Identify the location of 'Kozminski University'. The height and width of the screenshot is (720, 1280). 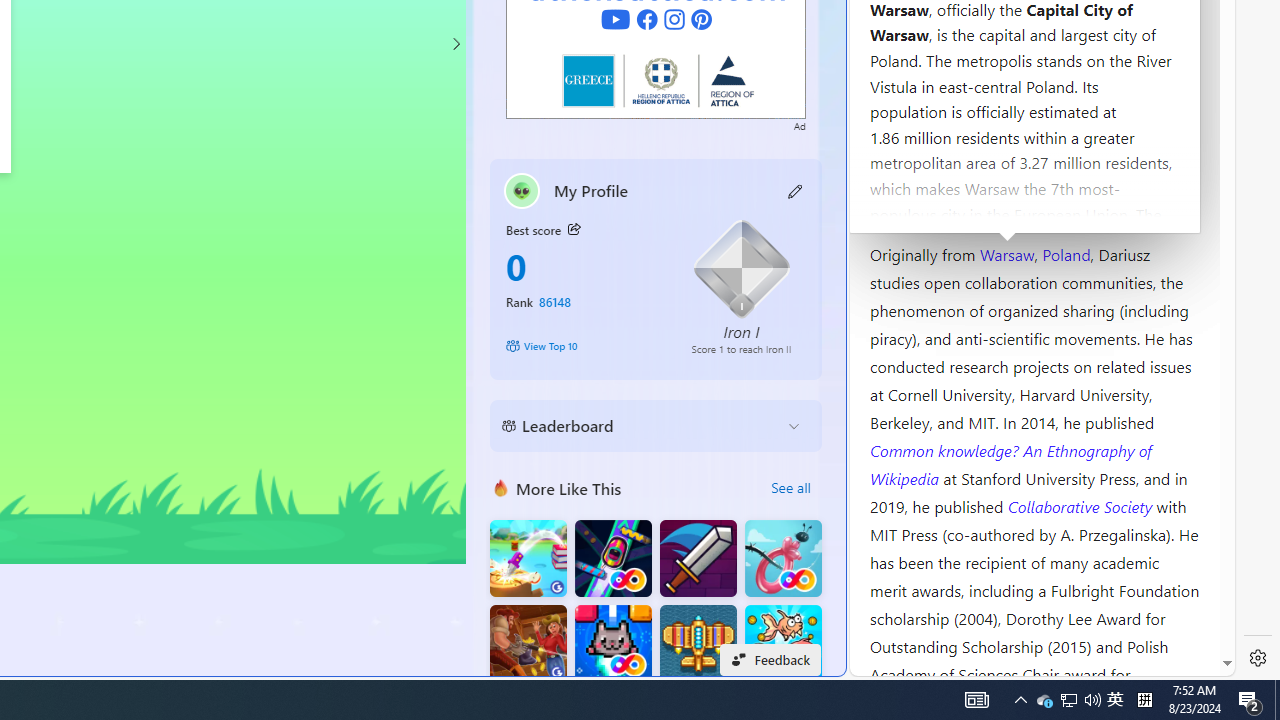
(1034, 135).